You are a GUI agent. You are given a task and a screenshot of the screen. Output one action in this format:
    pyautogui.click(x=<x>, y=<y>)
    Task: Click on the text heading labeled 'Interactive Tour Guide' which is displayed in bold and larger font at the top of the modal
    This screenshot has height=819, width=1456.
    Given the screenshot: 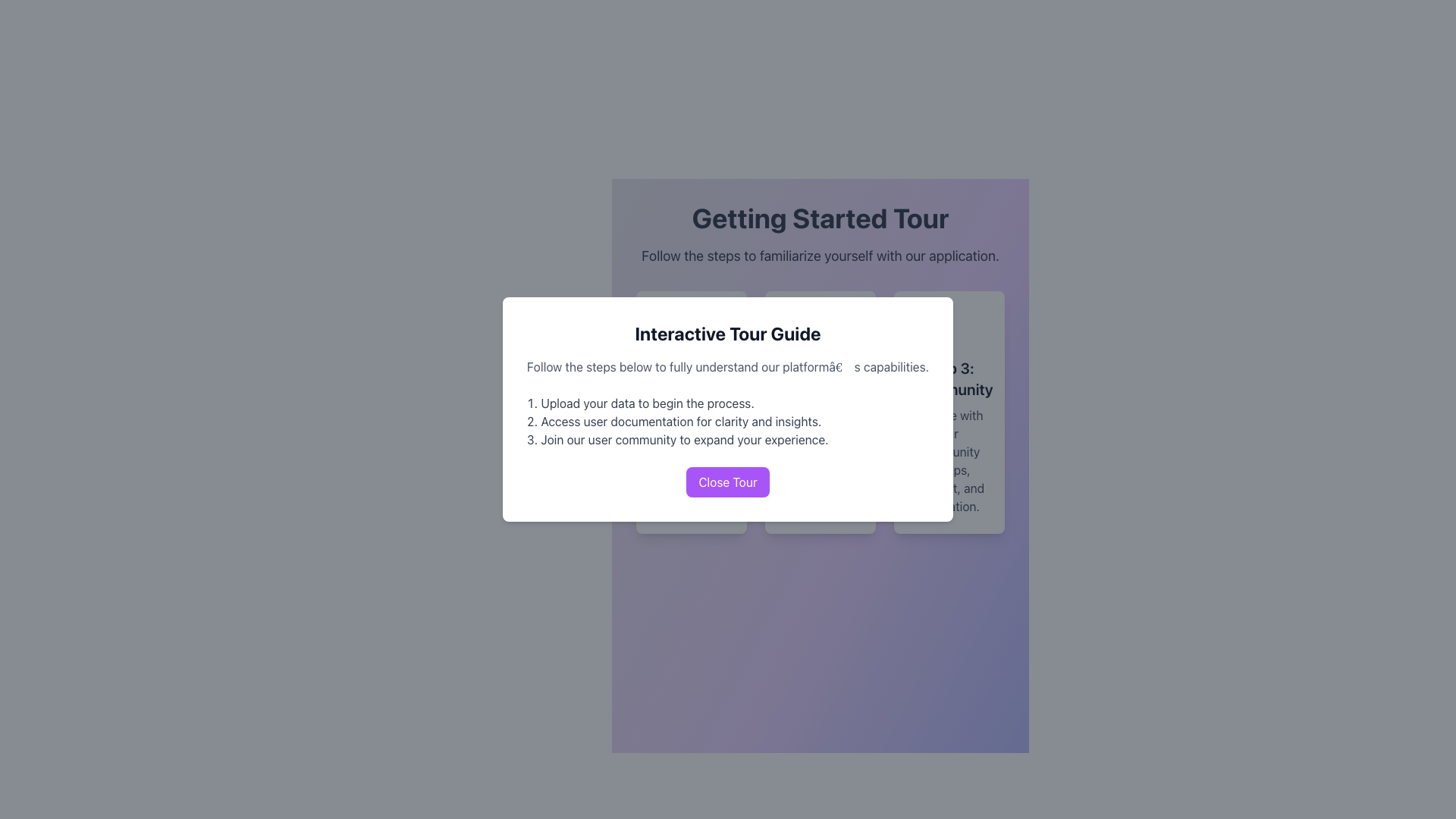 What is the action you would take?
    pyautogui.click(x=728, y=332)
    